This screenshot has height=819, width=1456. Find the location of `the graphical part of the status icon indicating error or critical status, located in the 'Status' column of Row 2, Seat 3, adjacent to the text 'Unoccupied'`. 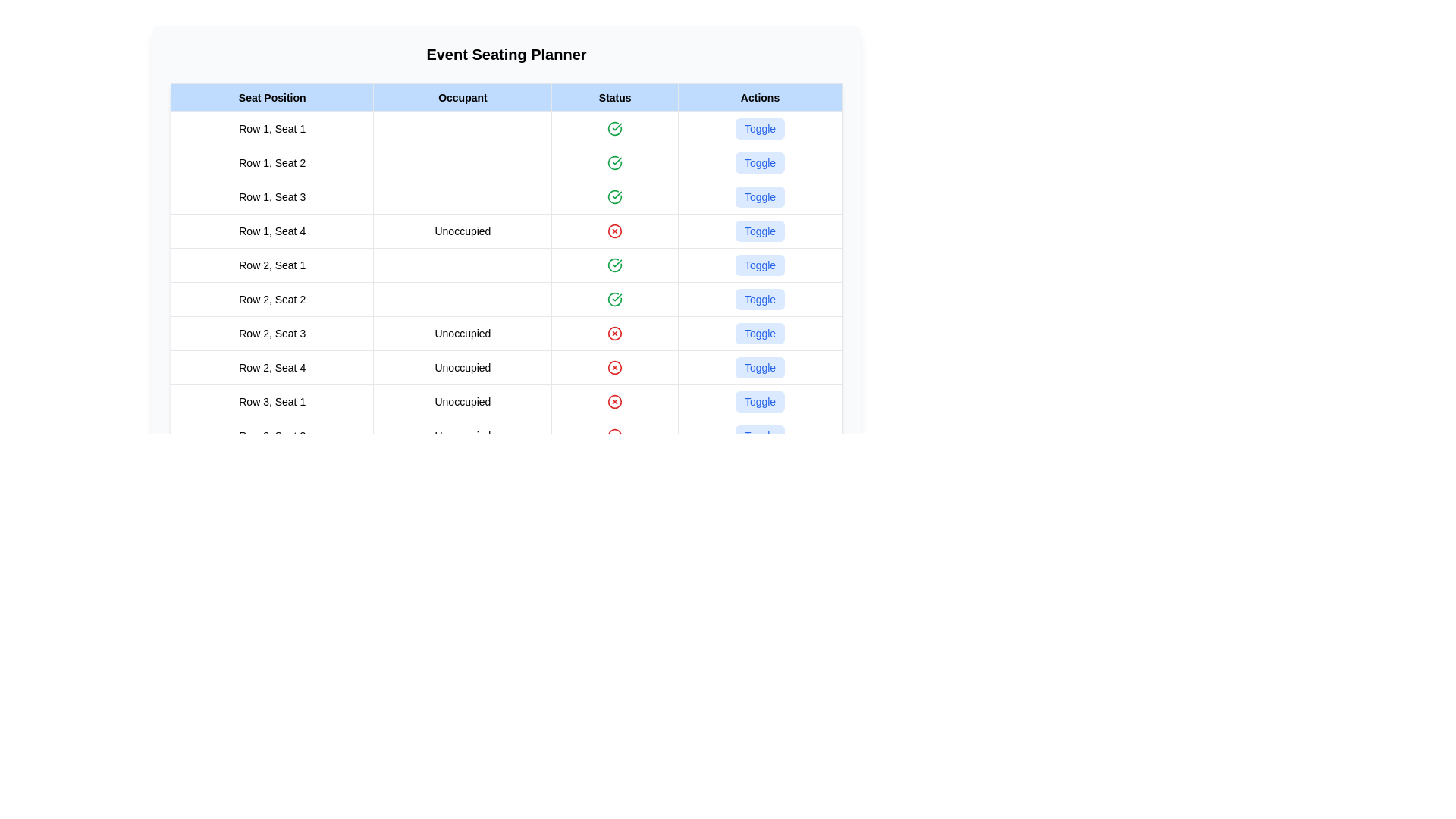

the graphical part of the status icon indicating error or critical status, located in the 'Status' column of Row 2, Seat 3, adjacent to the text 'Unoccupied' is located at coordinates (615, 435).